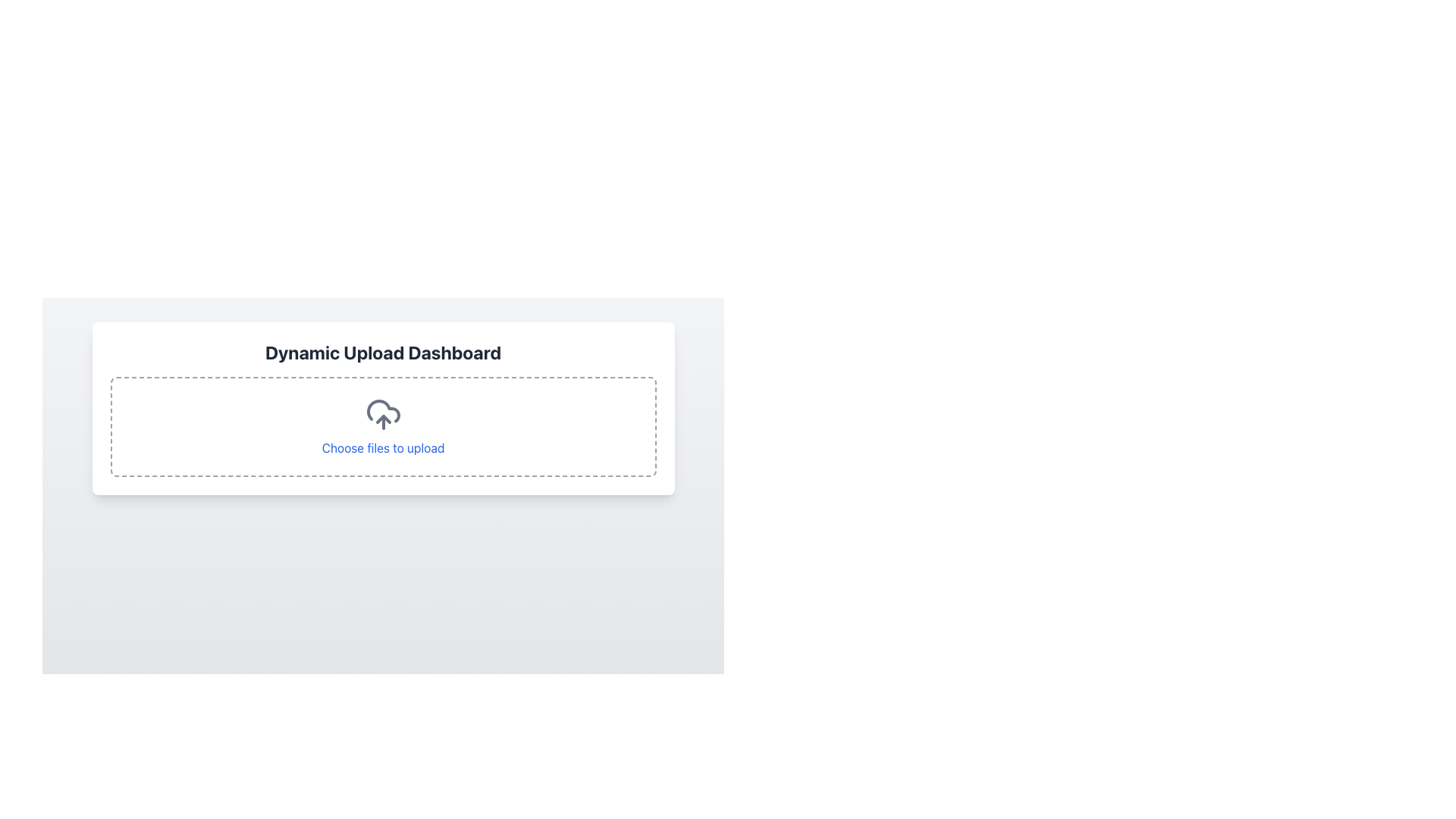 This screenshot has width=1456, height=819. Describe the element at coordinates (383, 427) in the screenshot. I see `the File upload area, which is a dashed rectangular border with rounded corners and features a cloud icon with an upward arrow, along with the text 'Choose files to upload' in blue` at that location.